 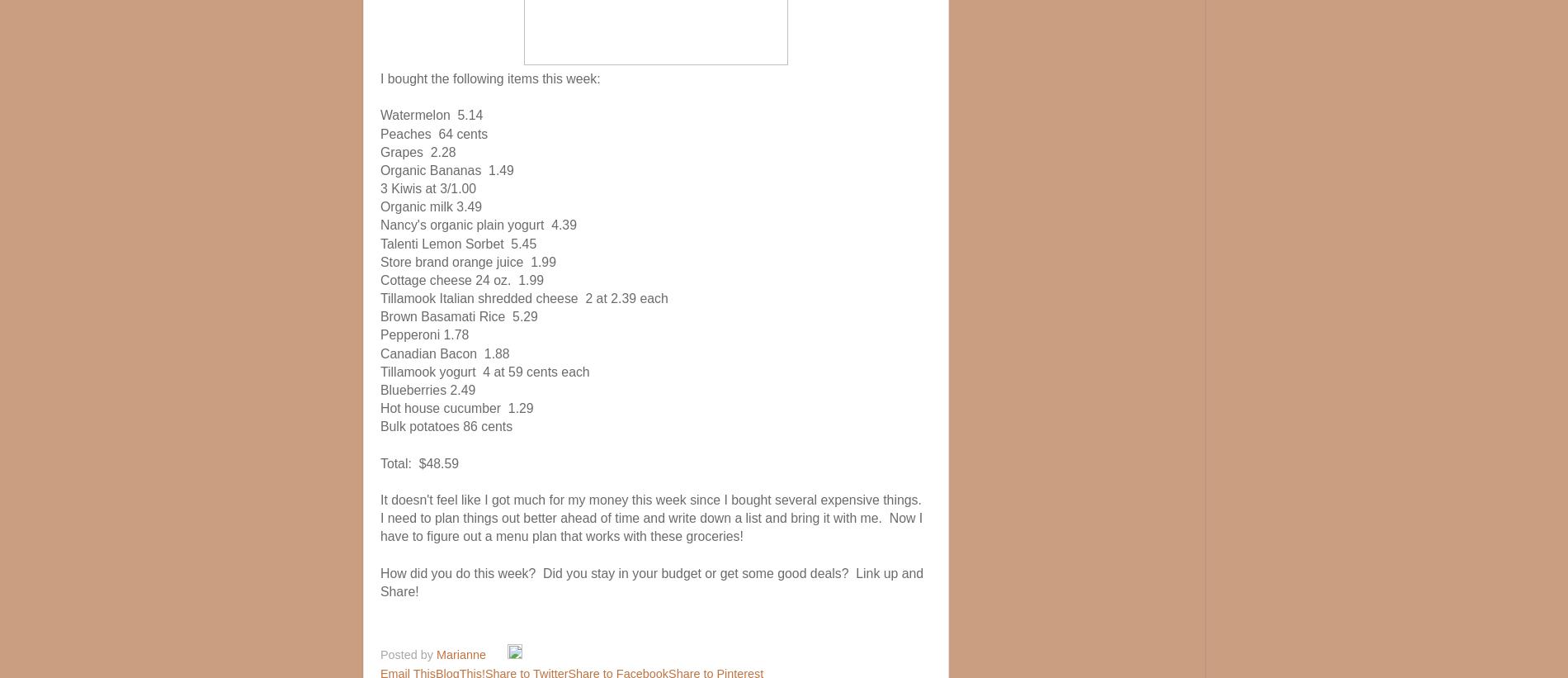 I want to click on 'It doesn't feel like I got much for my money this week since I bought several expensive things.  I need to plan things out better ahead of time and write down a list and bring it with me.  Now I have to figure out a menu plan that works with these groceries!', so click(x=651, y=518).